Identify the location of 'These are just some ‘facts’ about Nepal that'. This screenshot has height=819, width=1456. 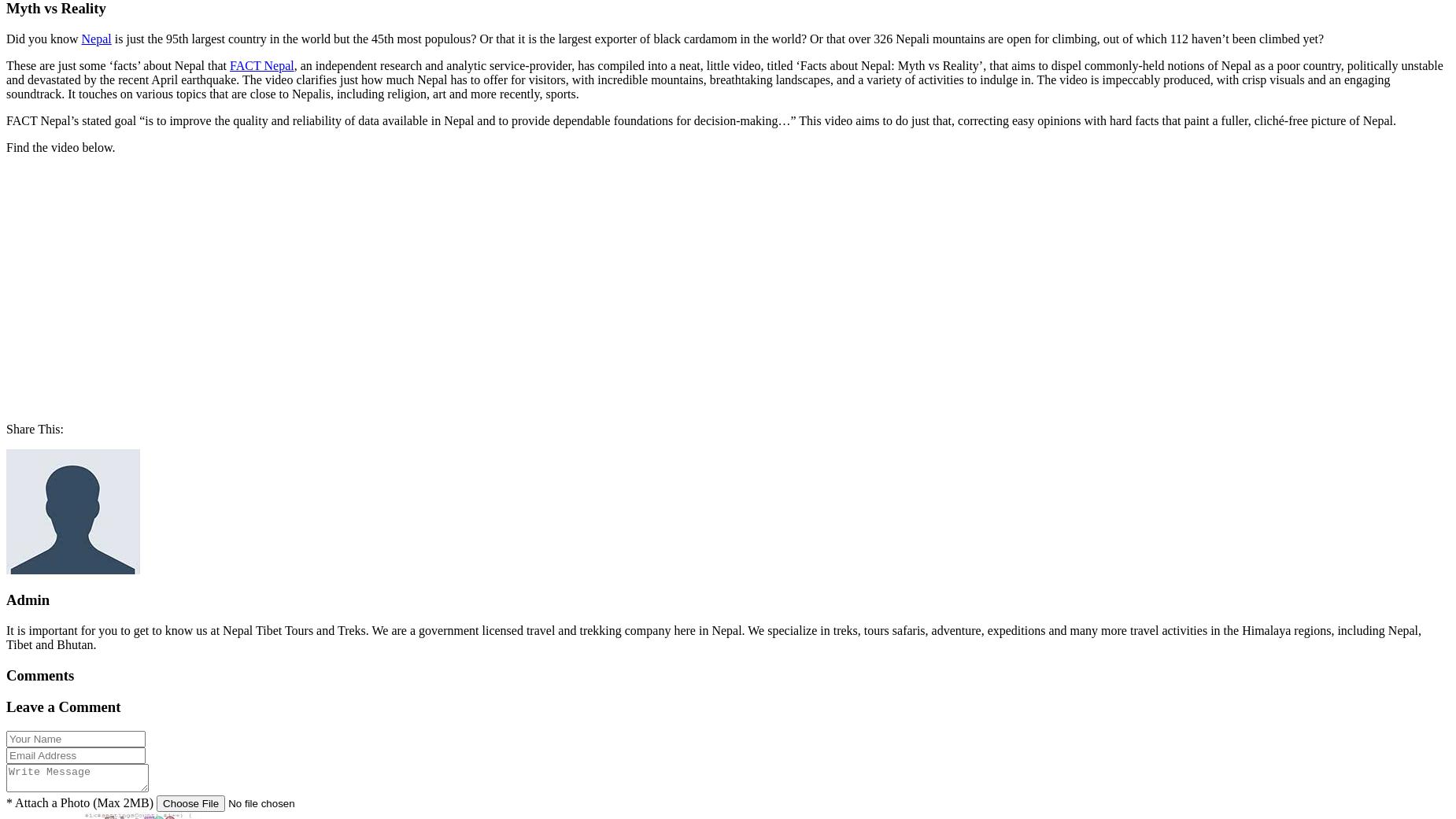
(117, 64).